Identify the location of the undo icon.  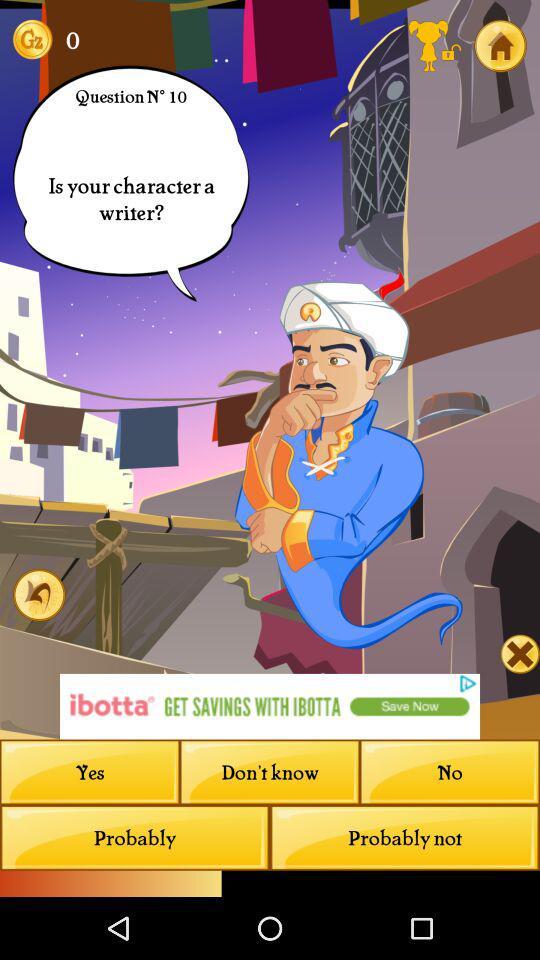
(39, 635).